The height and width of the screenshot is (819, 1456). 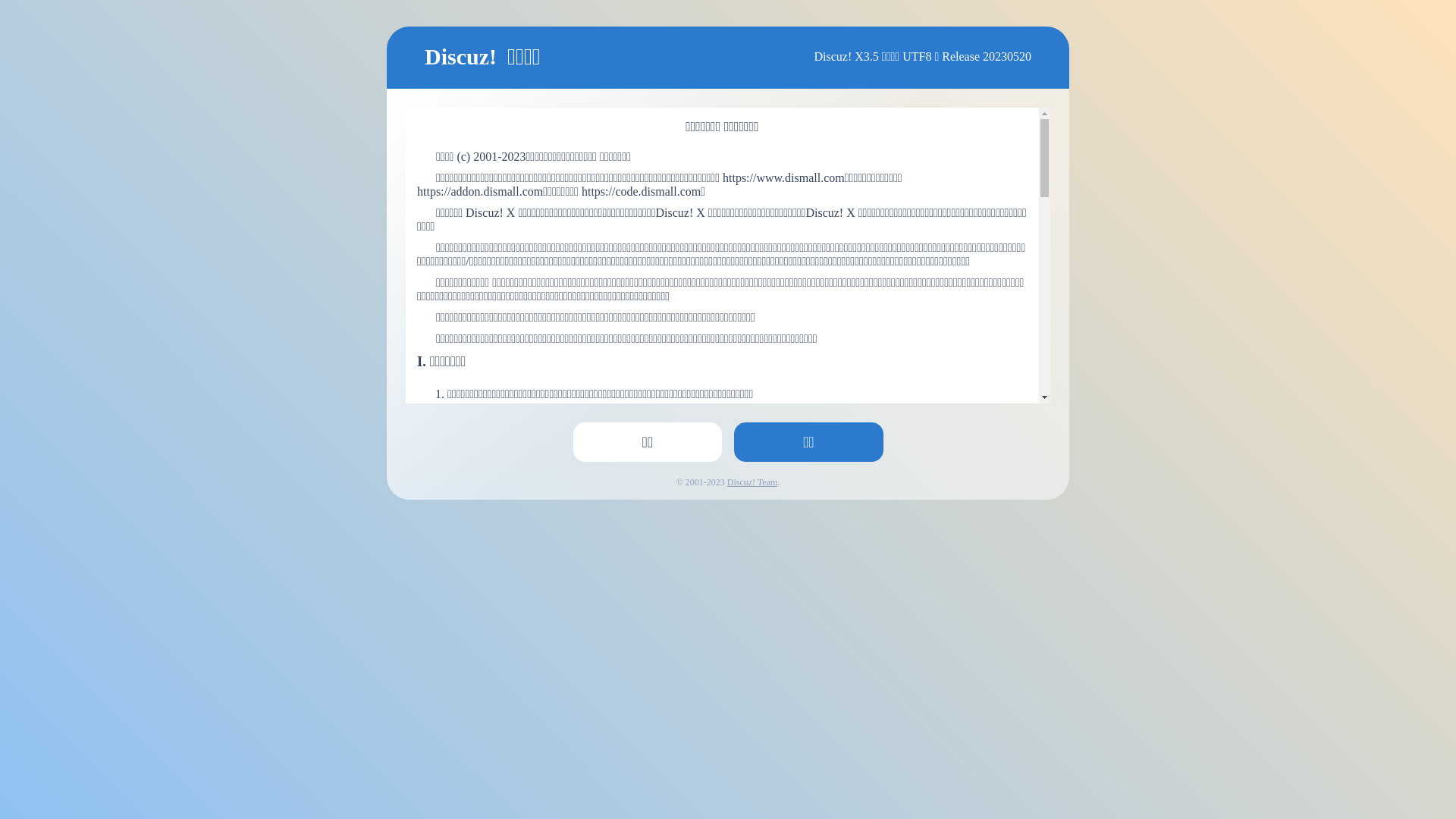 I want to click on 'Discuz! Team', so click(x=752, y=482).